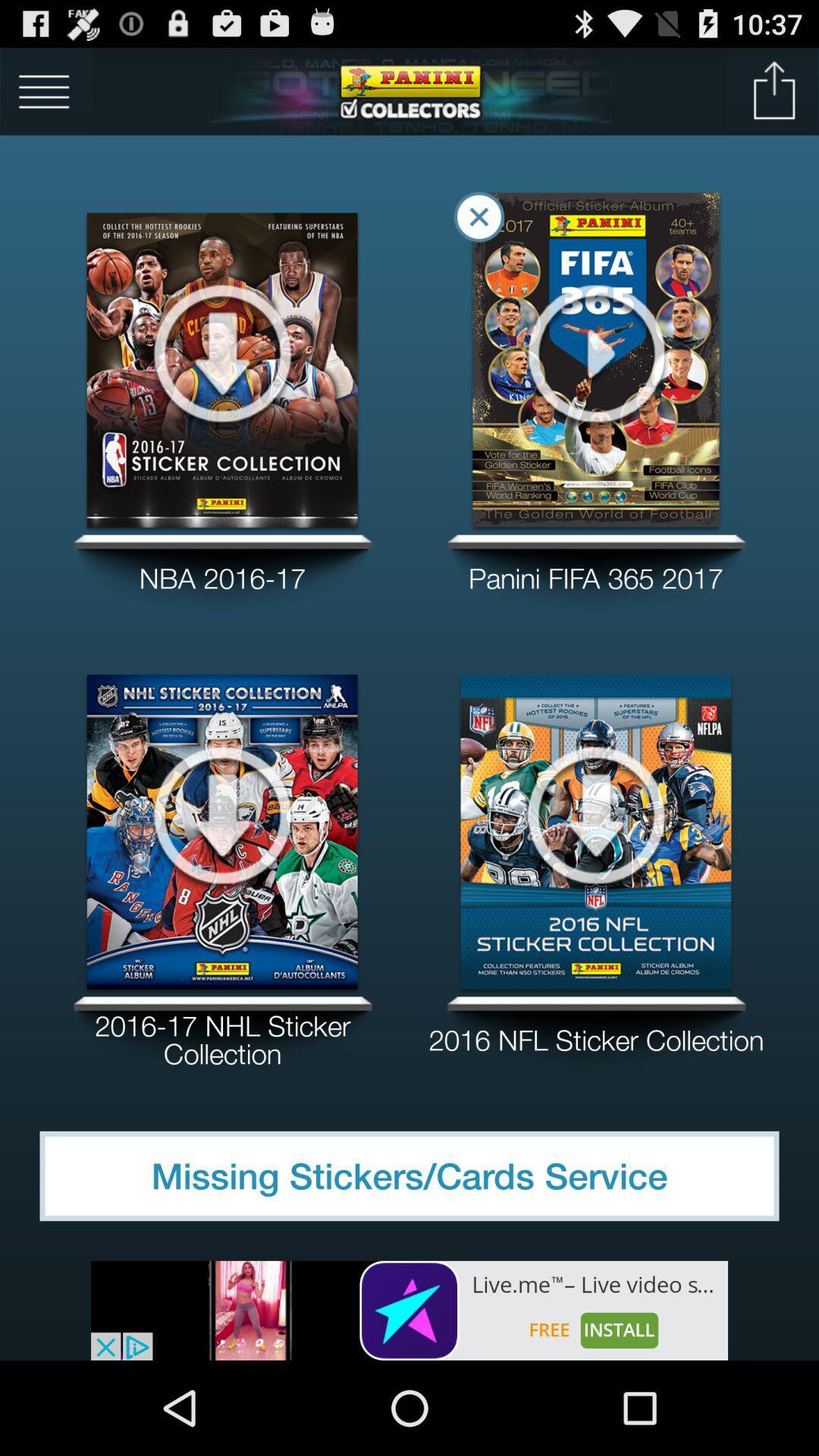 The image size is (819, 1456). I want to click on the launch icon, so click(774, 96).